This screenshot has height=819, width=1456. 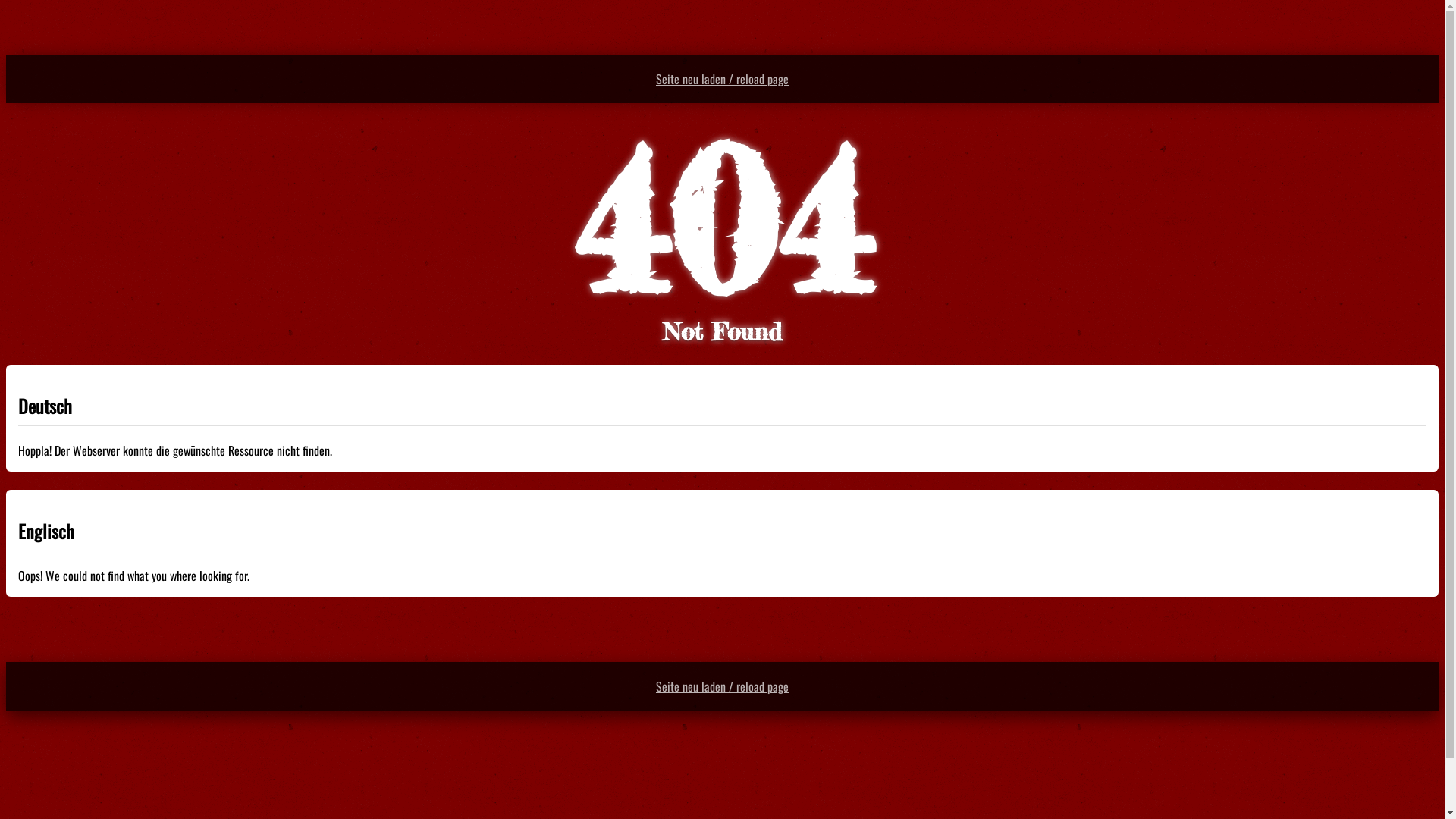 I want to click on 'Seite neu laden / reload page', so click(x=721, y=79).